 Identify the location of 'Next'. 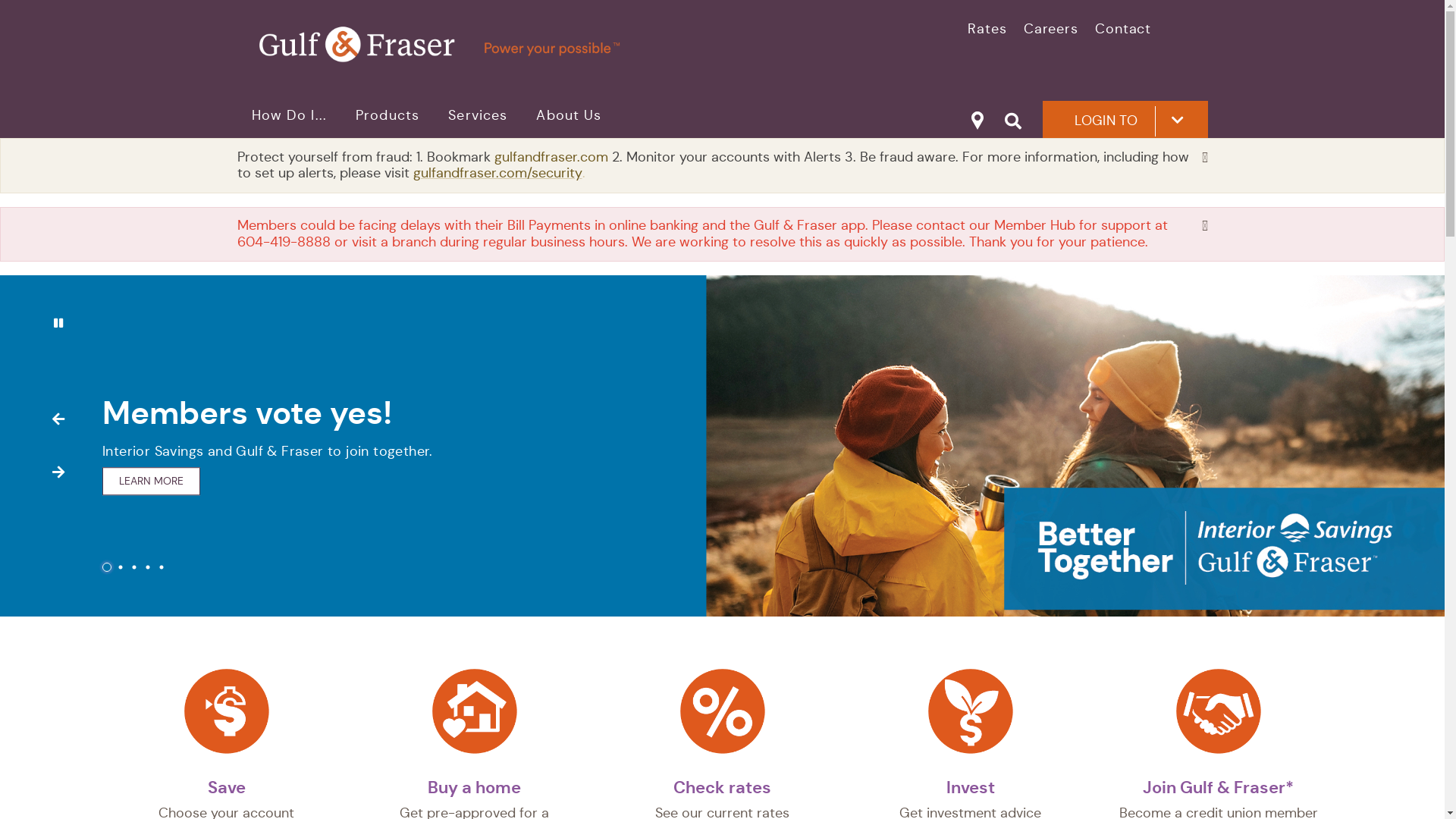
(58, 472).